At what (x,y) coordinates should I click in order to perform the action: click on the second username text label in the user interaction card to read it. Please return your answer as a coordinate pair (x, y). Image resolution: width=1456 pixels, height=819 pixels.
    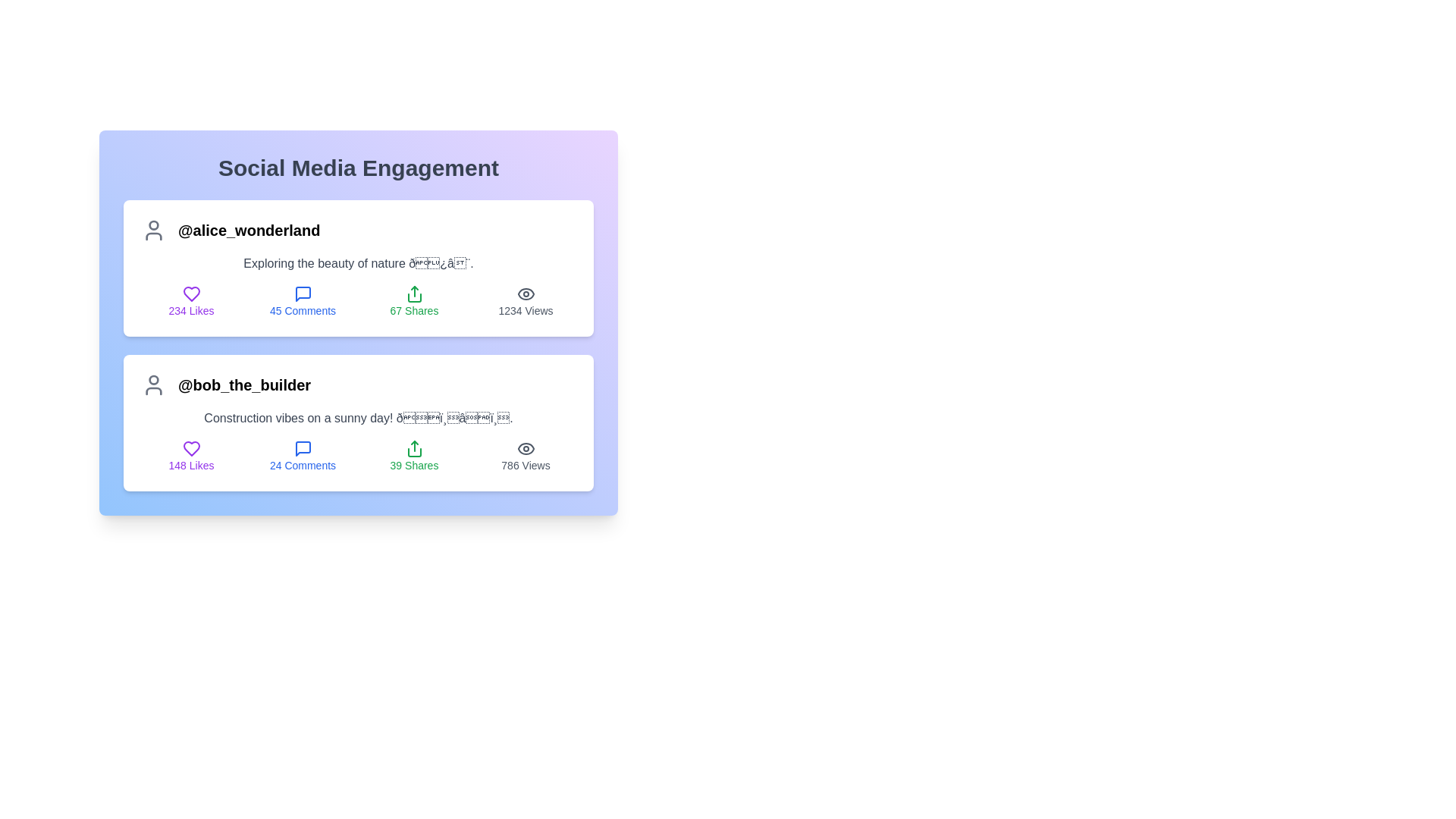
    Looking at the image, I should click on (244, 384).